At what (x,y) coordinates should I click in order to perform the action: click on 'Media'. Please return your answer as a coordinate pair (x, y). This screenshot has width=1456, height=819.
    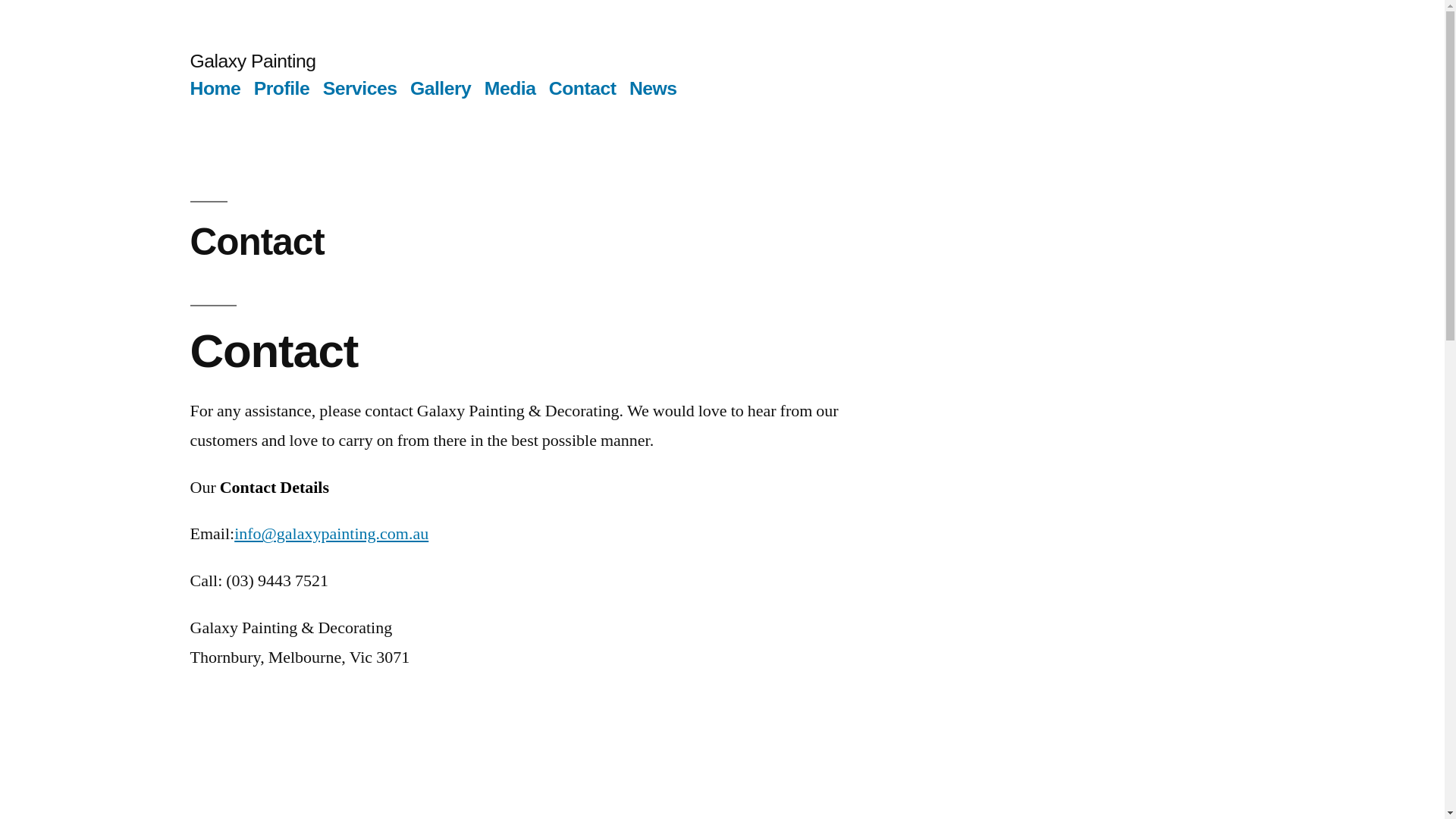
    Looking at the image, I should click on (510, 88).